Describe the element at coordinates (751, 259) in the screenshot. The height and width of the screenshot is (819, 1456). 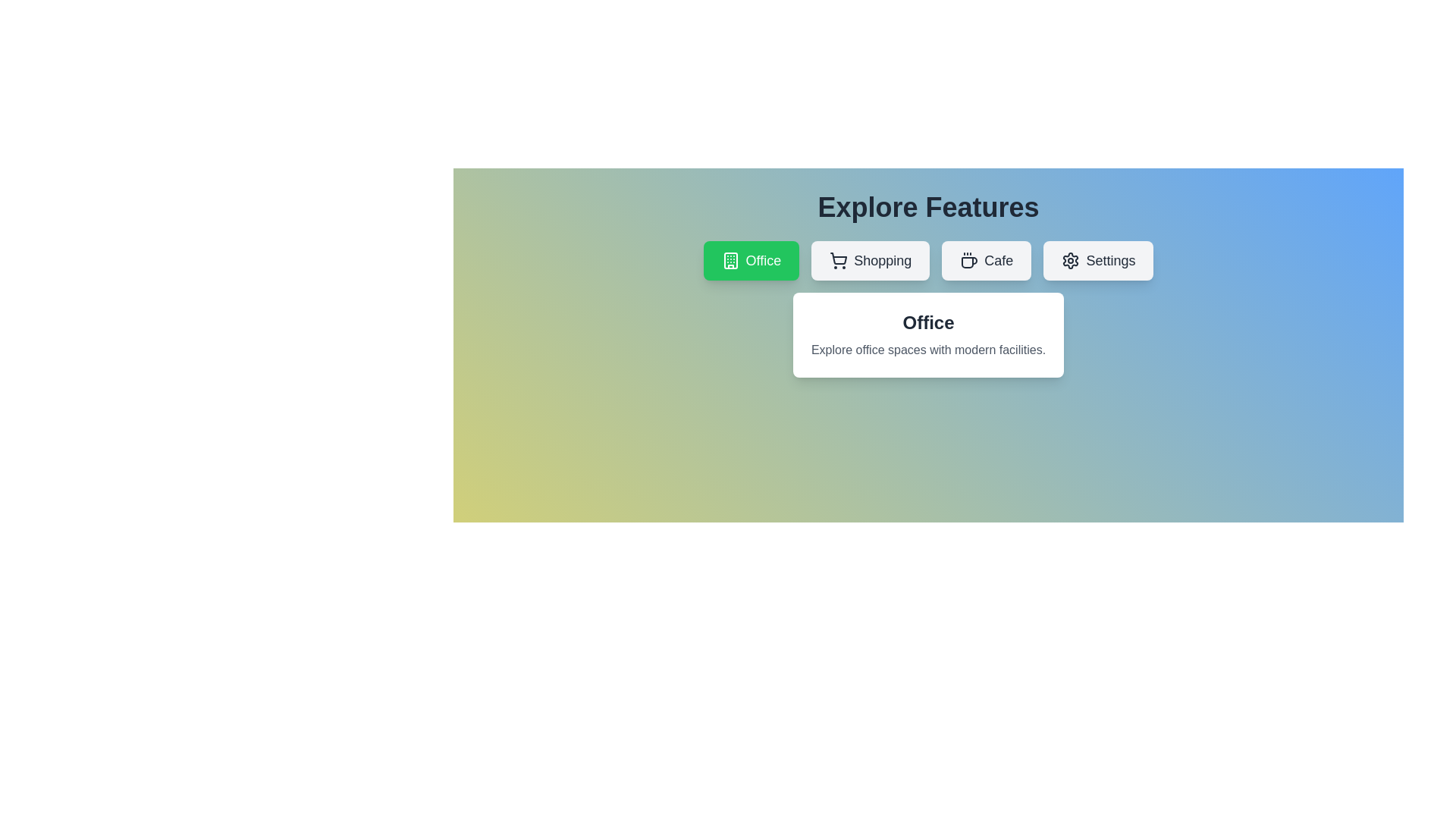
I see `the button labeled Office to observe its hover effect` at that location.